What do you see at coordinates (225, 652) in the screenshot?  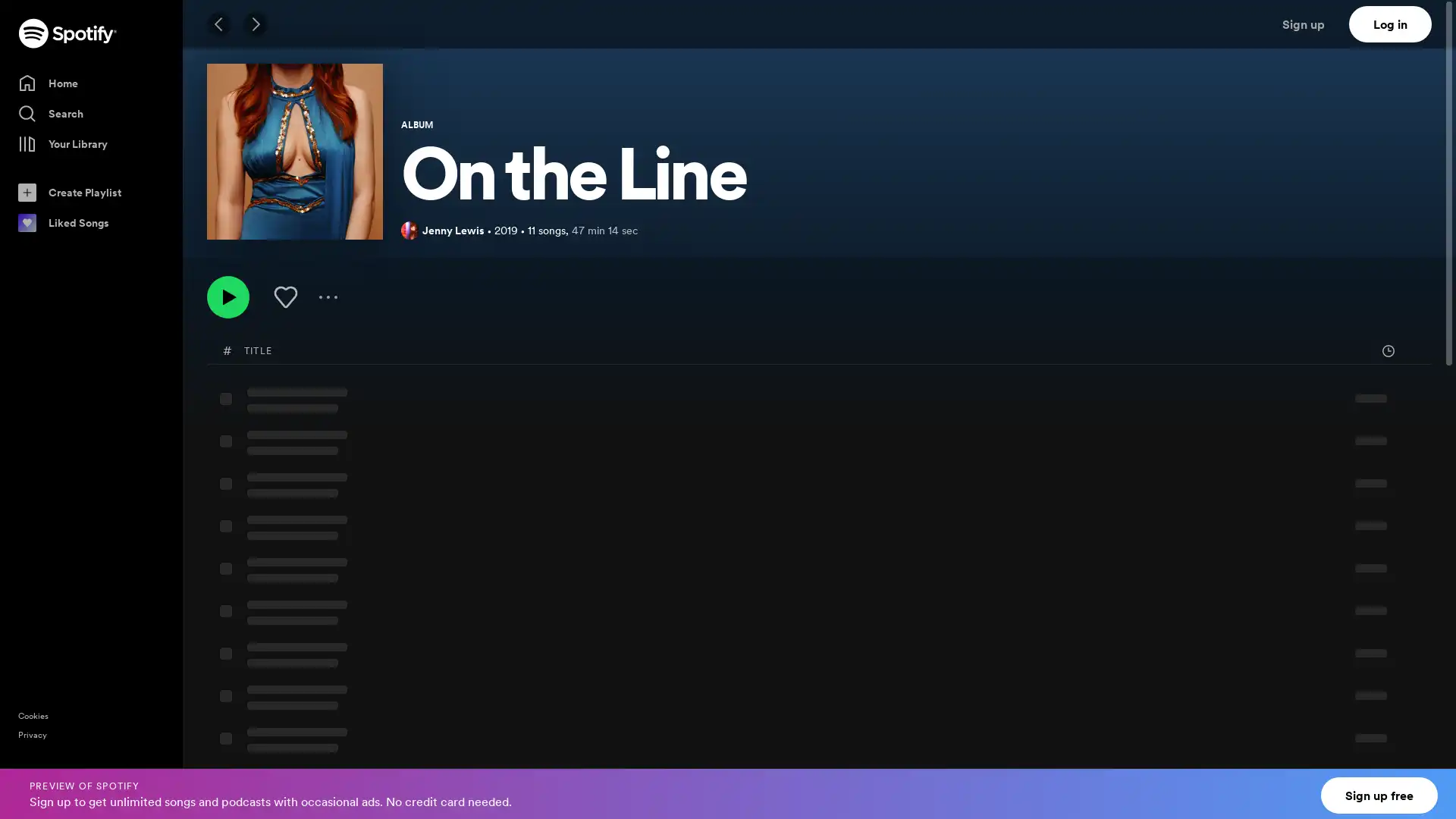 I see `Play Party Clown by Jenny Lewis` at bounding box center [225, 652].